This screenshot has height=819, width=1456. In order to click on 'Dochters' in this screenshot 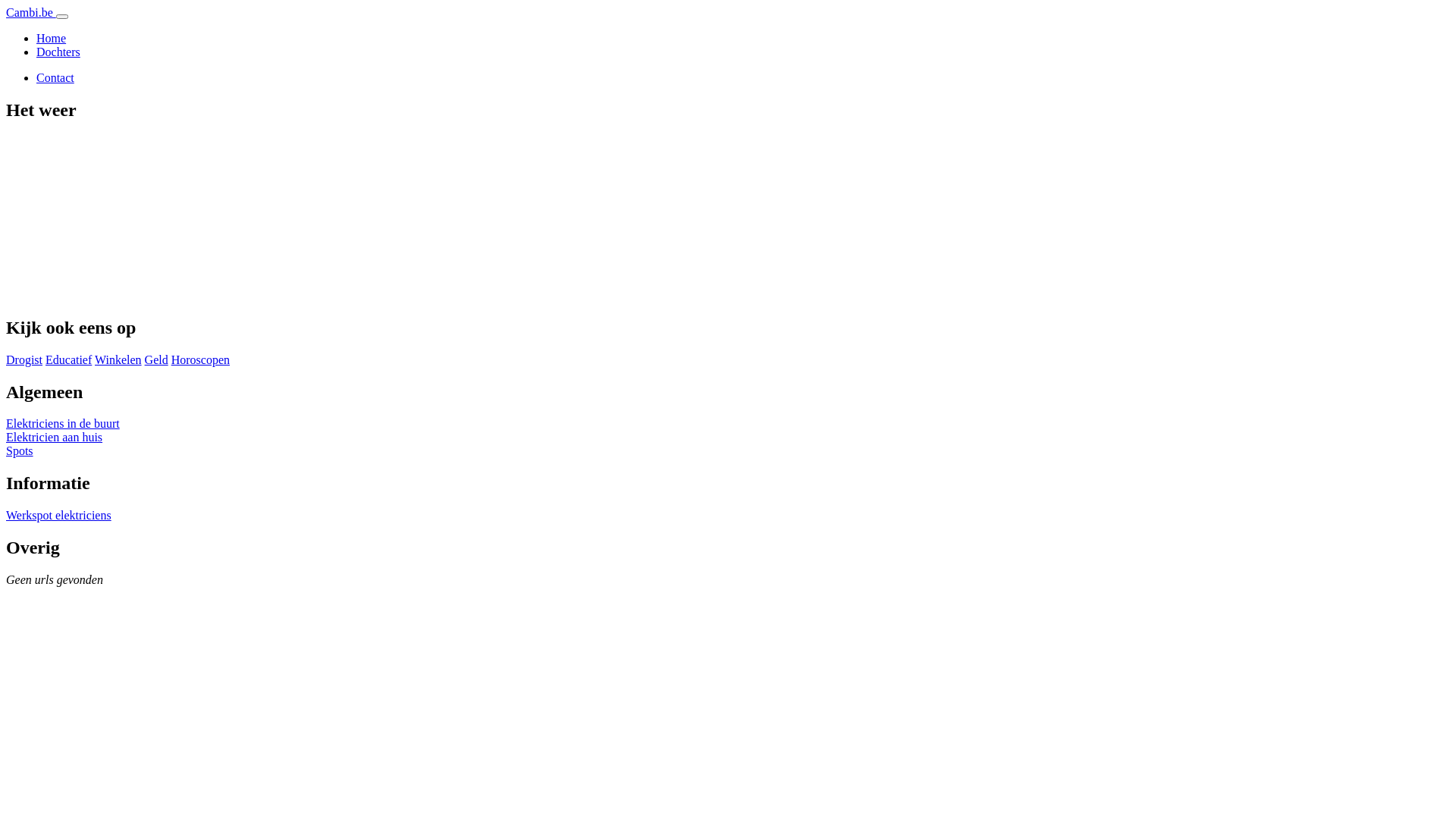, I will do `click(58, 51)`.